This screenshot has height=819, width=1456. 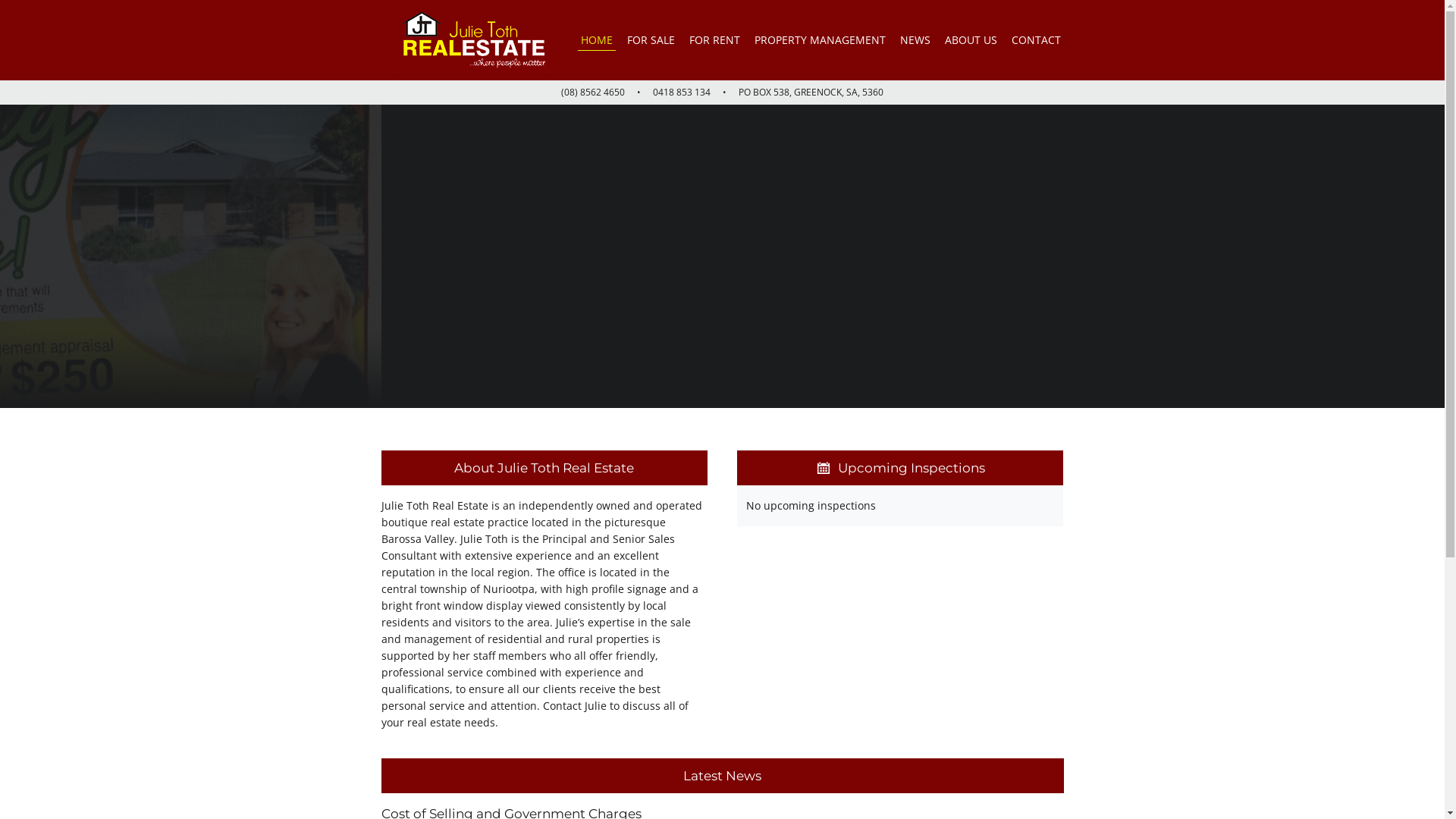 I want to click on 'HOME', so click(x=596, y=39).